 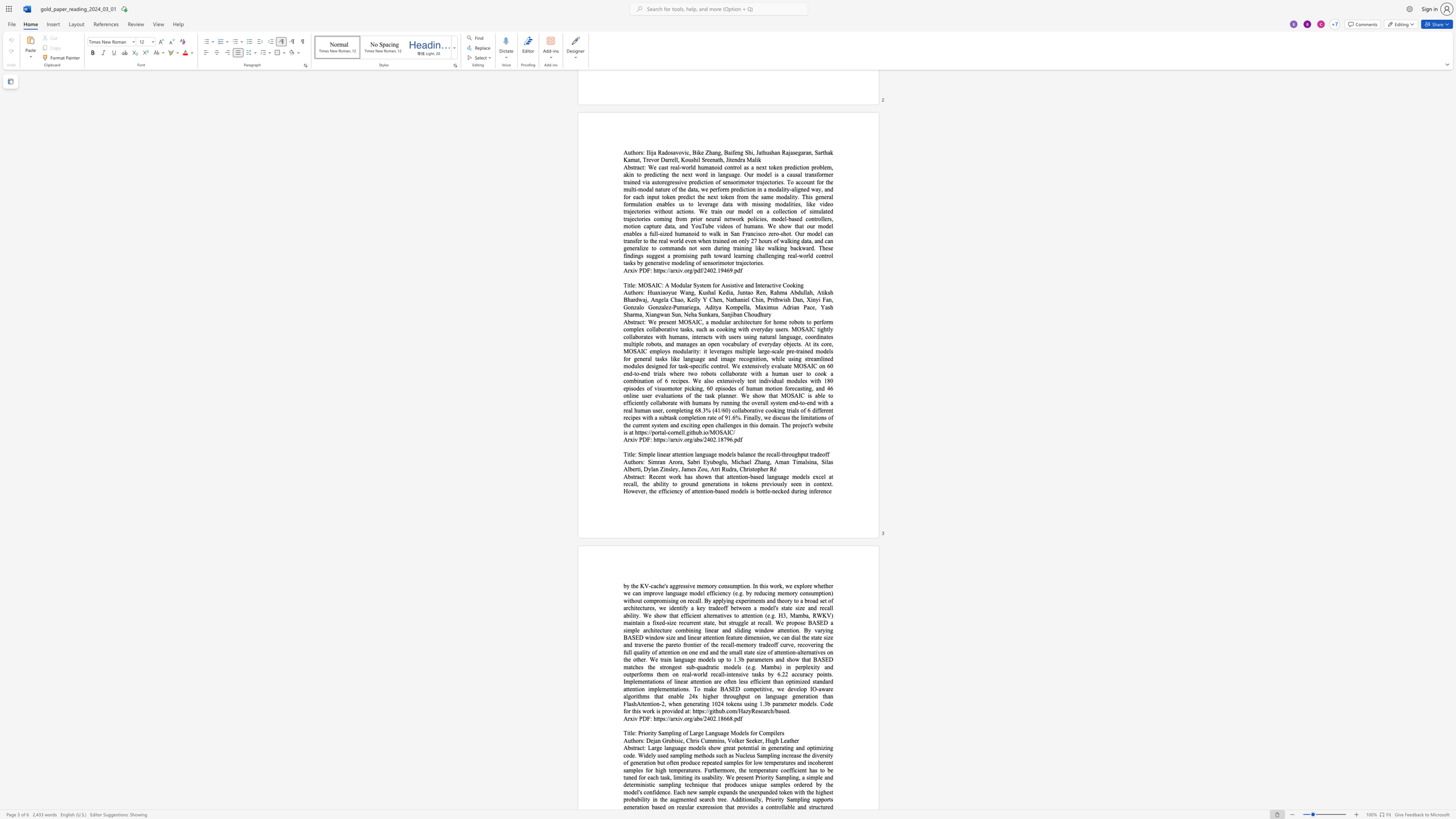 I want to click on the space between the continuous character "b" and "s" in the text, so click(x=699, y=718).